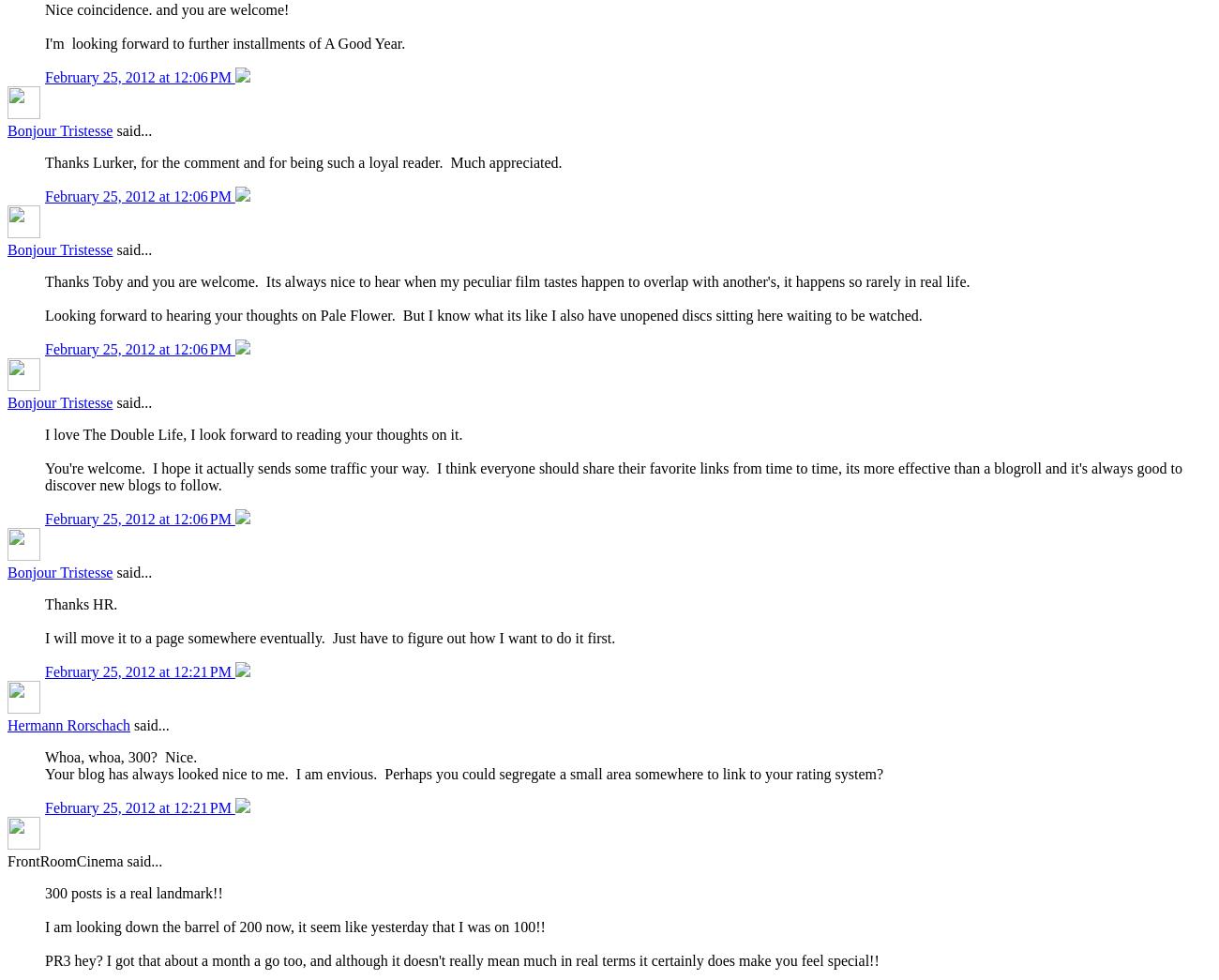 This screenshot has height=980, width=1219. Describe the element at coordinates (68, 725) in the screenshot. I see `'Hermann Rorschach'` at that location.